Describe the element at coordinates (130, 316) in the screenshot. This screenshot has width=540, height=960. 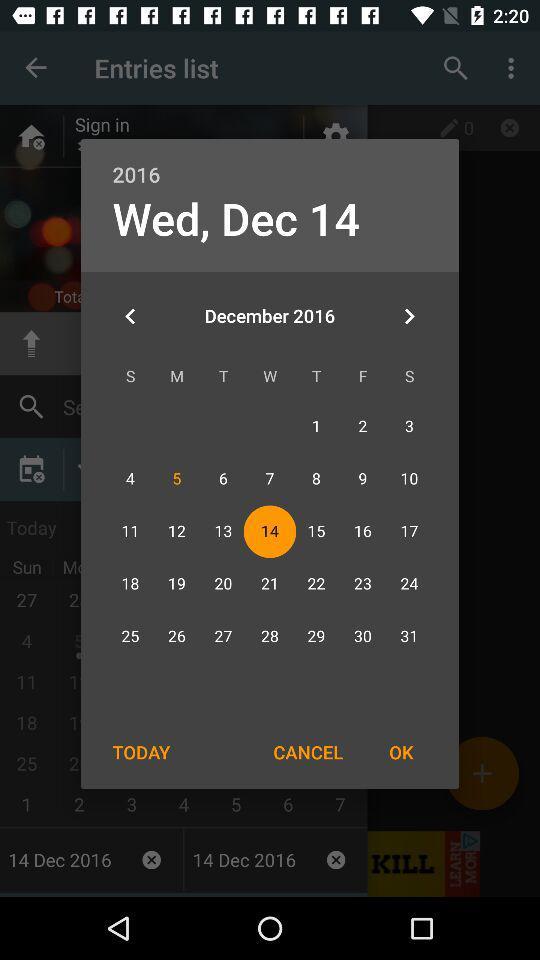
I see `the item at the top left corner` at that location.